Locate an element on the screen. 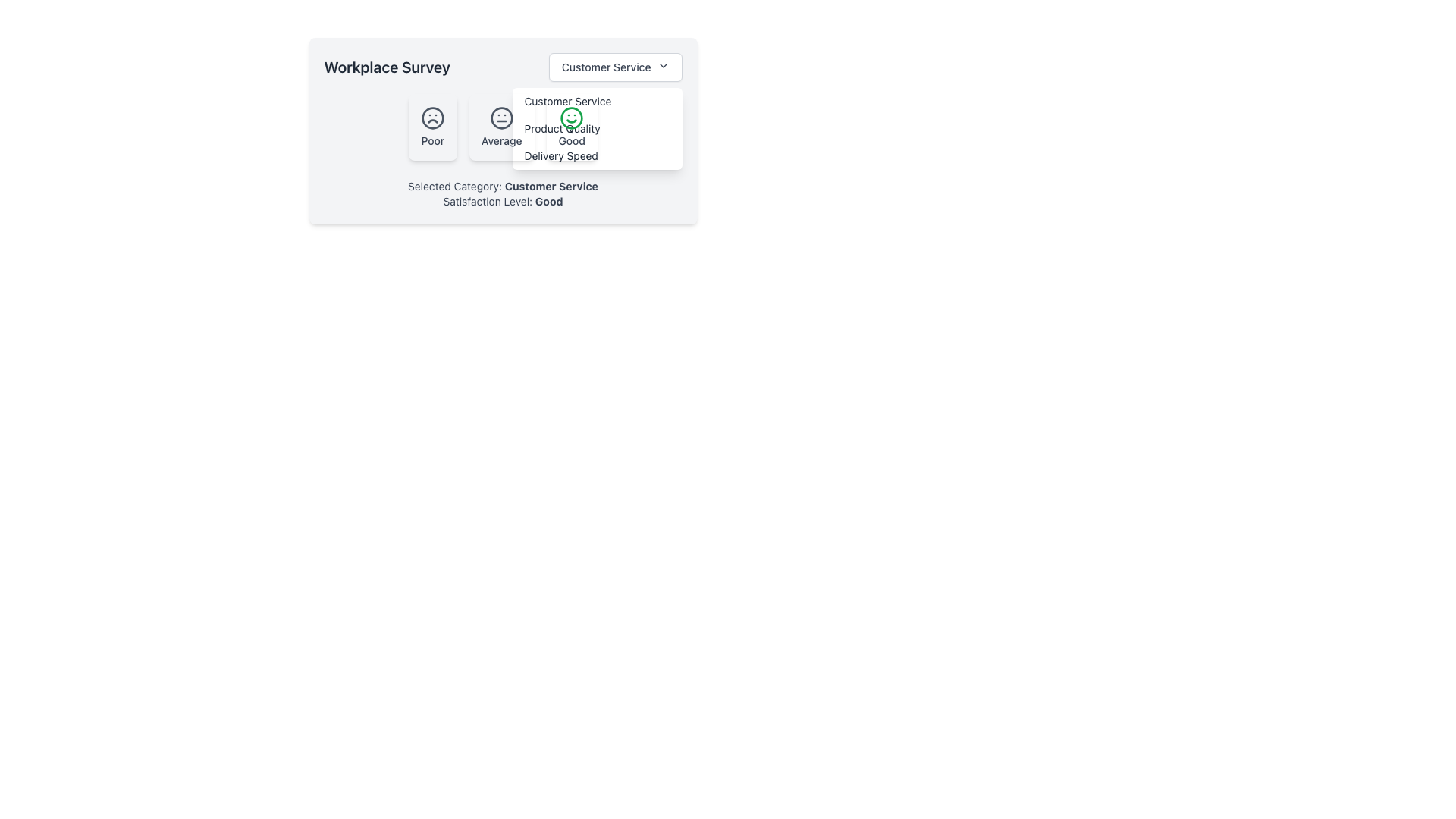  the 'Average' button, which features a circular icon with a neutral facial expression and is located centrally between 'Poor' and 'Good' is located at coordinates (501, 127).